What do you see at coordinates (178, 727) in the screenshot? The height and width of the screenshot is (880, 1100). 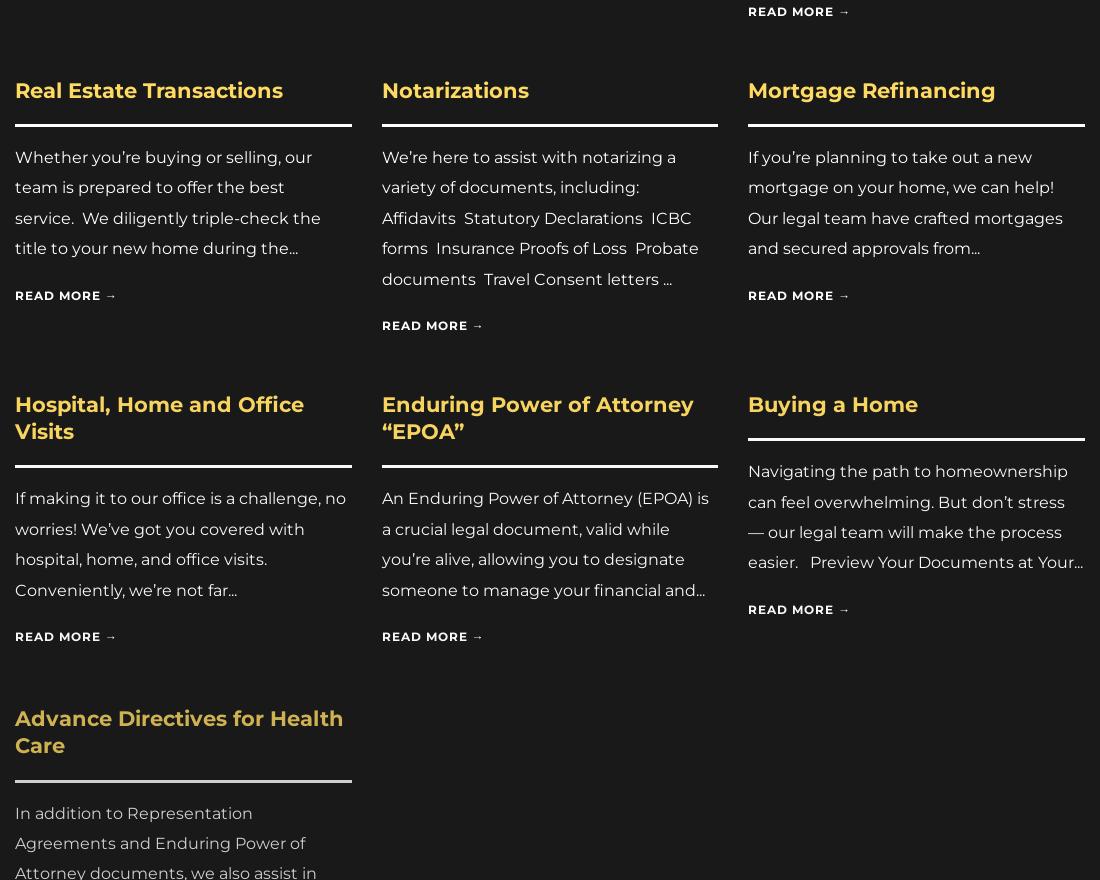 I see `'Advance Directives for Health Care'` at bounding box center [178, 727].